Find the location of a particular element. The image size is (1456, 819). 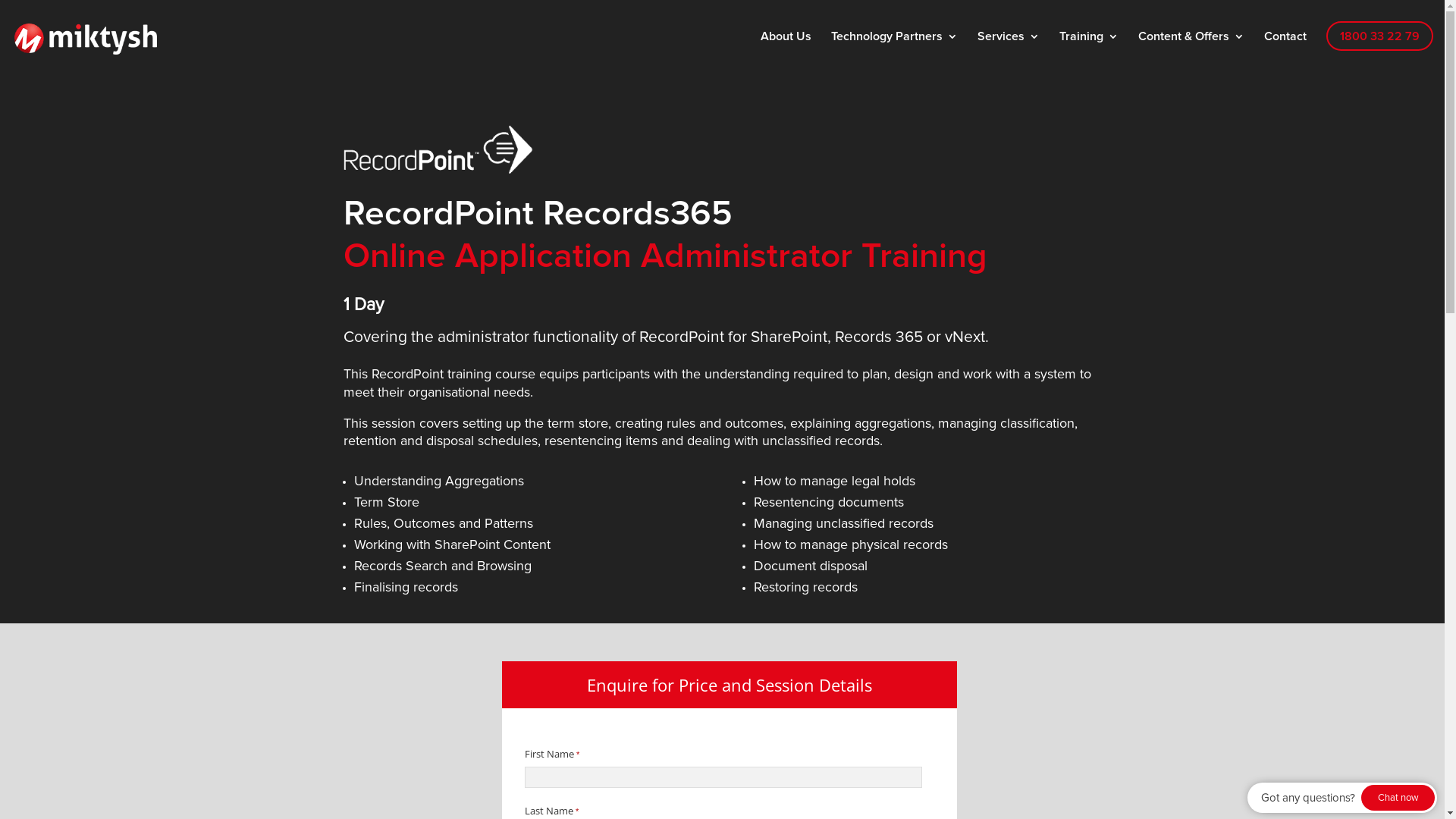

'Content & Offers' is located at coordinates (1190, 45).